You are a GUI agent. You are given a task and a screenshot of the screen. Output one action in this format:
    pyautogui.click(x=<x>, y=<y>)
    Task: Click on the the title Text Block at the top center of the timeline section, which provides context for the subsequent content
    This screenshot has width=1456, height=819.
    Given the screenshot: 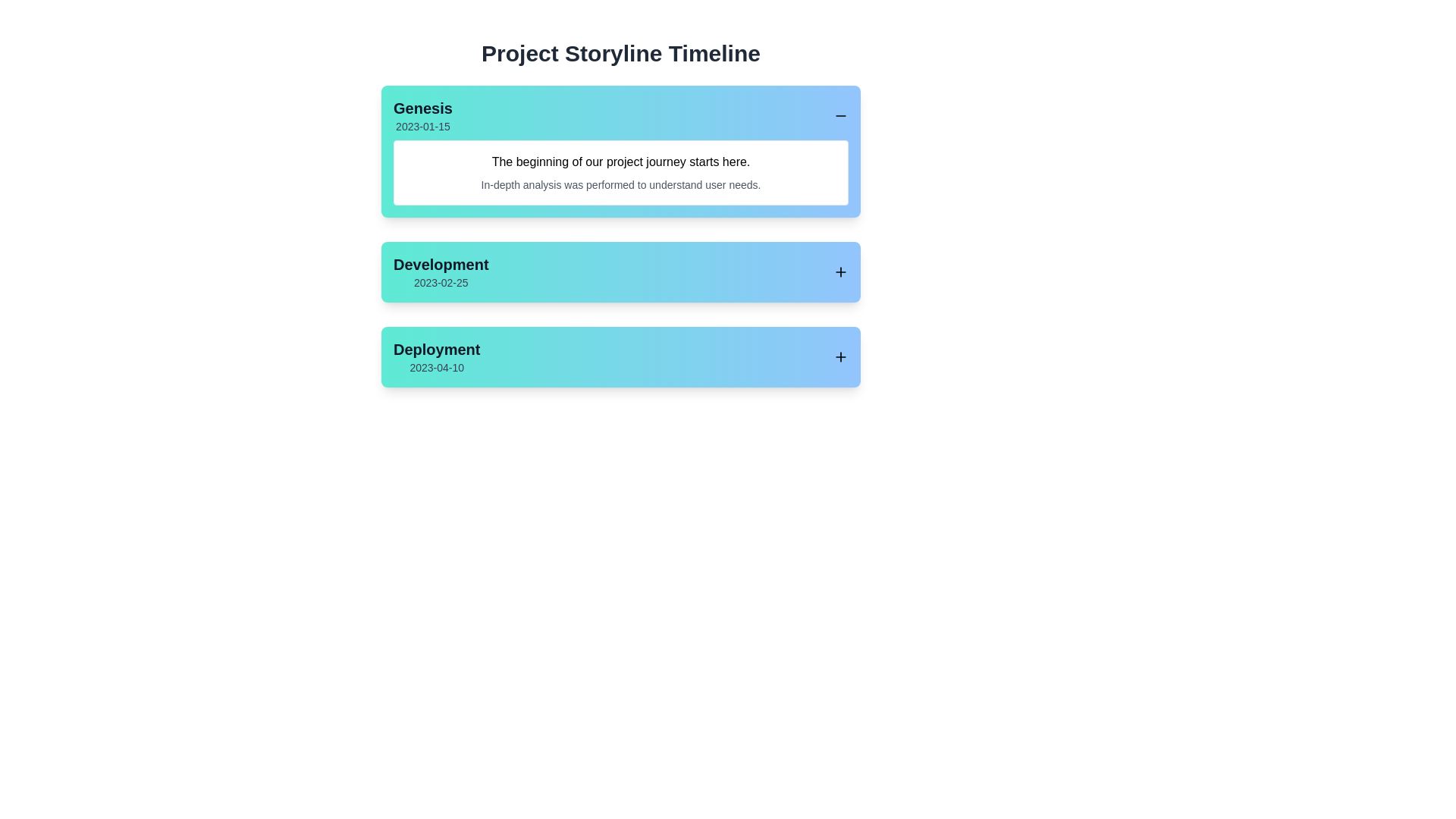 What is the action you would take?
    pyautogui.click(x=621, y=52)
    